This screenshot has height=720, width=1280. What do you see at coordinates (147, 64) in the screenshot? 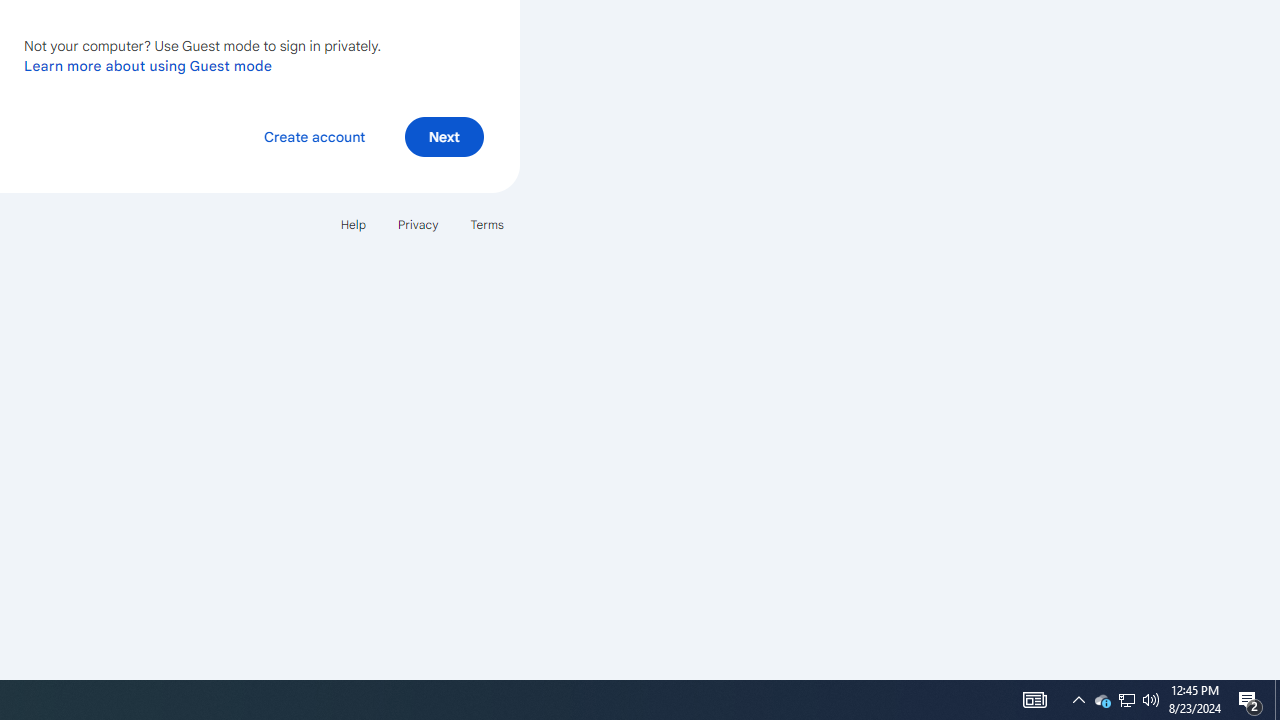
I see `'Learn more about using Guest mode'` at bounding box center [147, 64].